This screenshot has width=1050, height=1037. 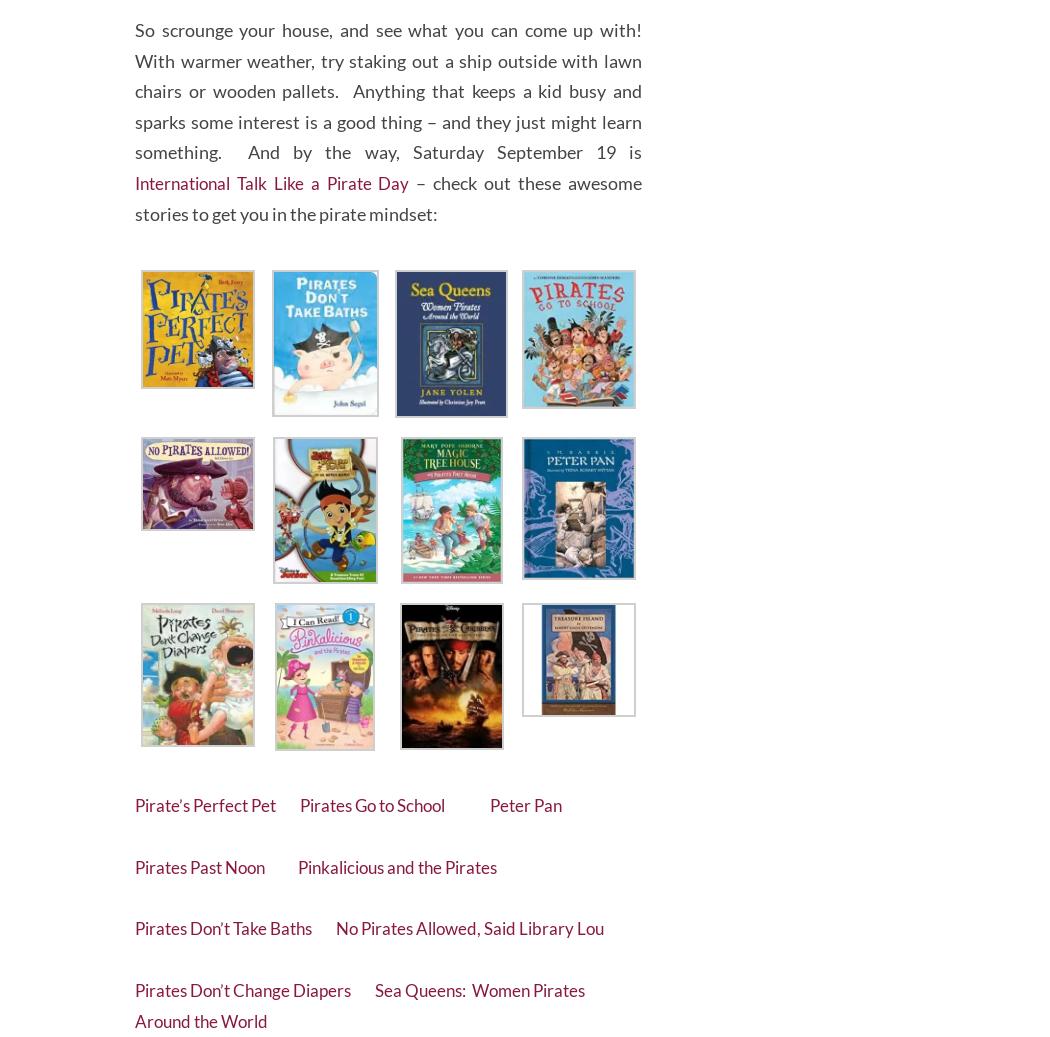 I want to click on 'No Pirates Allowed, Said Library Lou', so click(x=348, y=920).